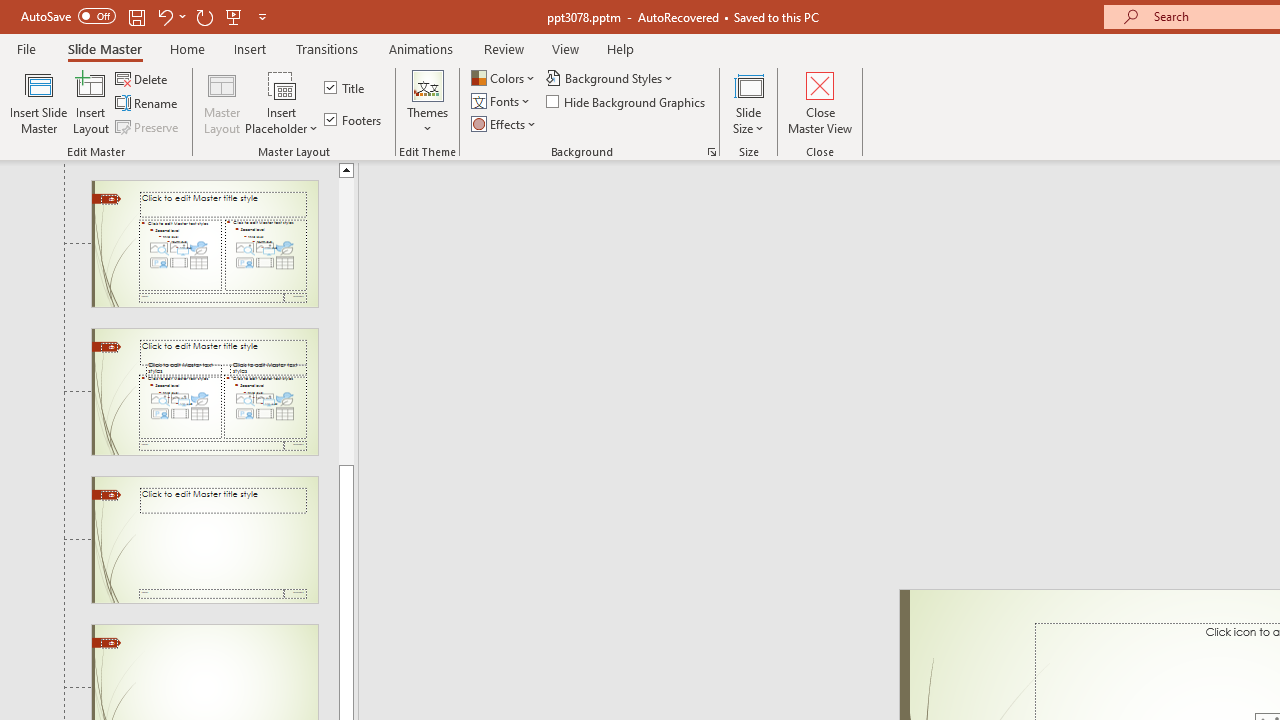 Image resolution: width=1280 pixels, height=720 pixels. Describe the element at coordinates (90, 103) in the screenshot. I see `'Insert Layout'` at that location.